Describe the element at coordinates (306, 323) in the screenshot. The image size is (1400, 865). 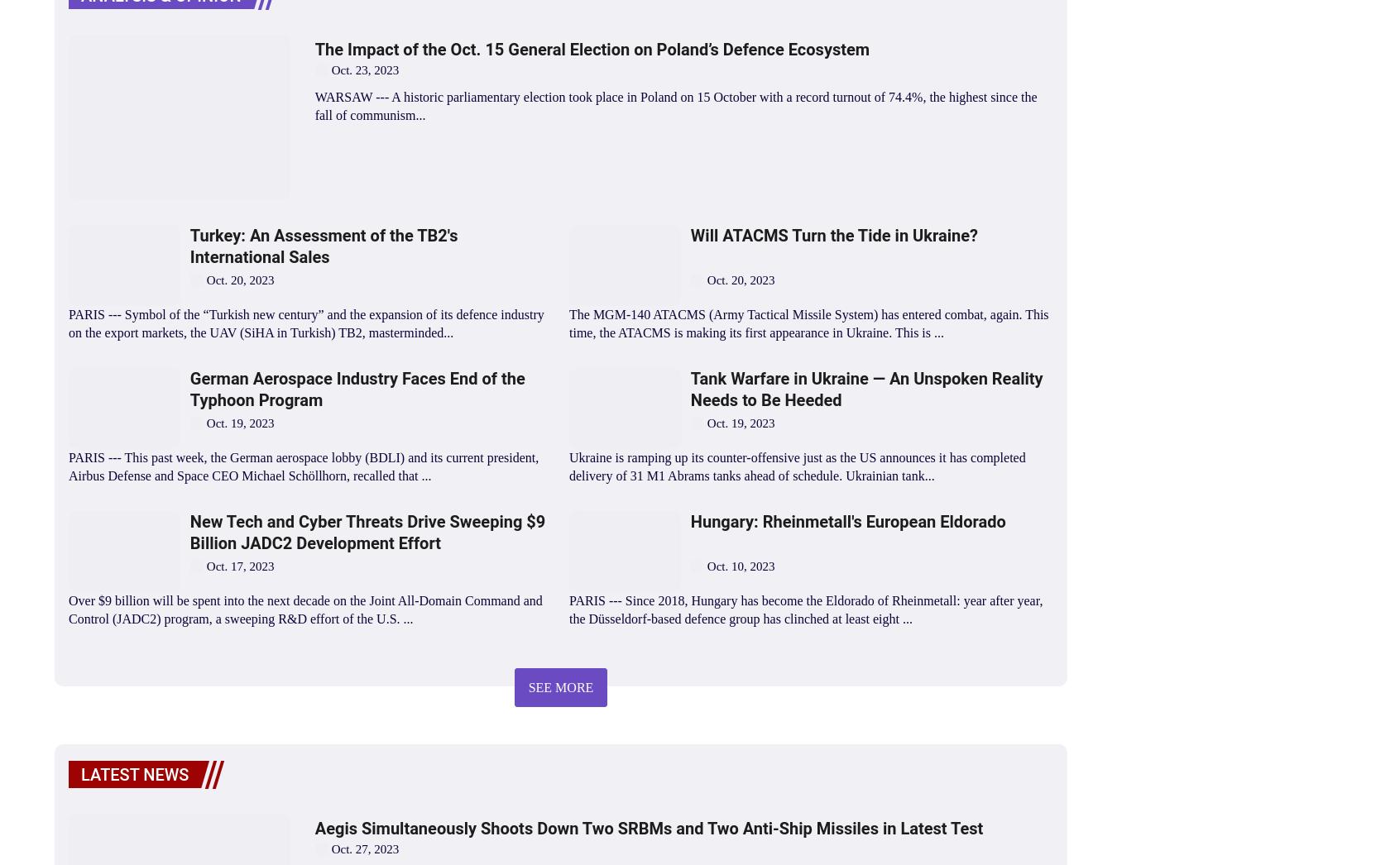
I see `'PARIS --- Symbol of the “Turkish new century” and the expansion of its defence industry on the export markets, the UAV (SiHA in Turkish) TB2, masterminded...'` at that location.